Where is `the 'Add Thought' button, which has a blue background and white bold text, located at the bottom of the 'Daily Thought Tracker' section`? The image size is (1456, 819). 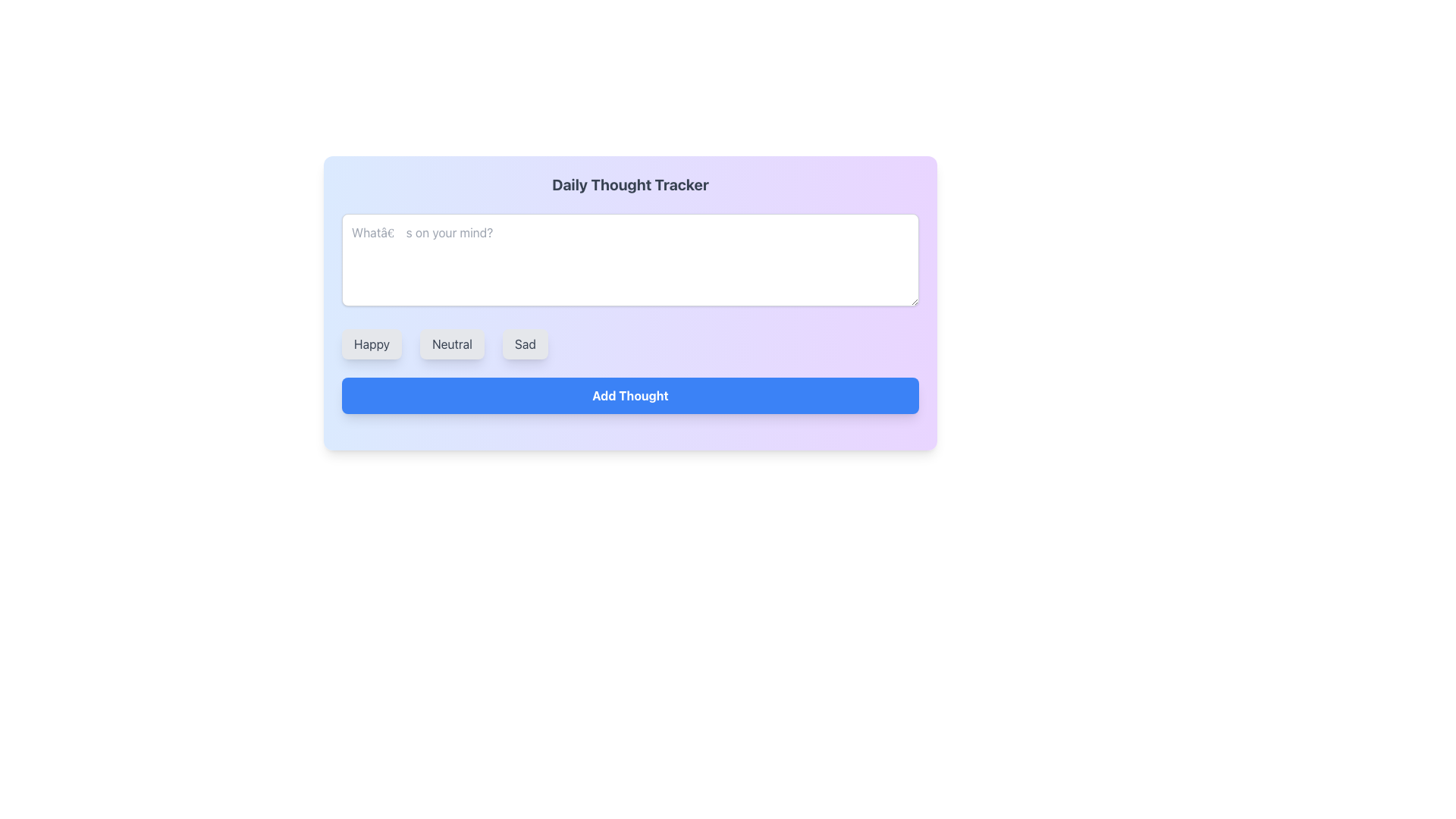
the 'Add Thought' button, which has a blue background and white bold text, located at the bottom of the 'Daily Thought Tracker' section is located at coordinates (630, 394).